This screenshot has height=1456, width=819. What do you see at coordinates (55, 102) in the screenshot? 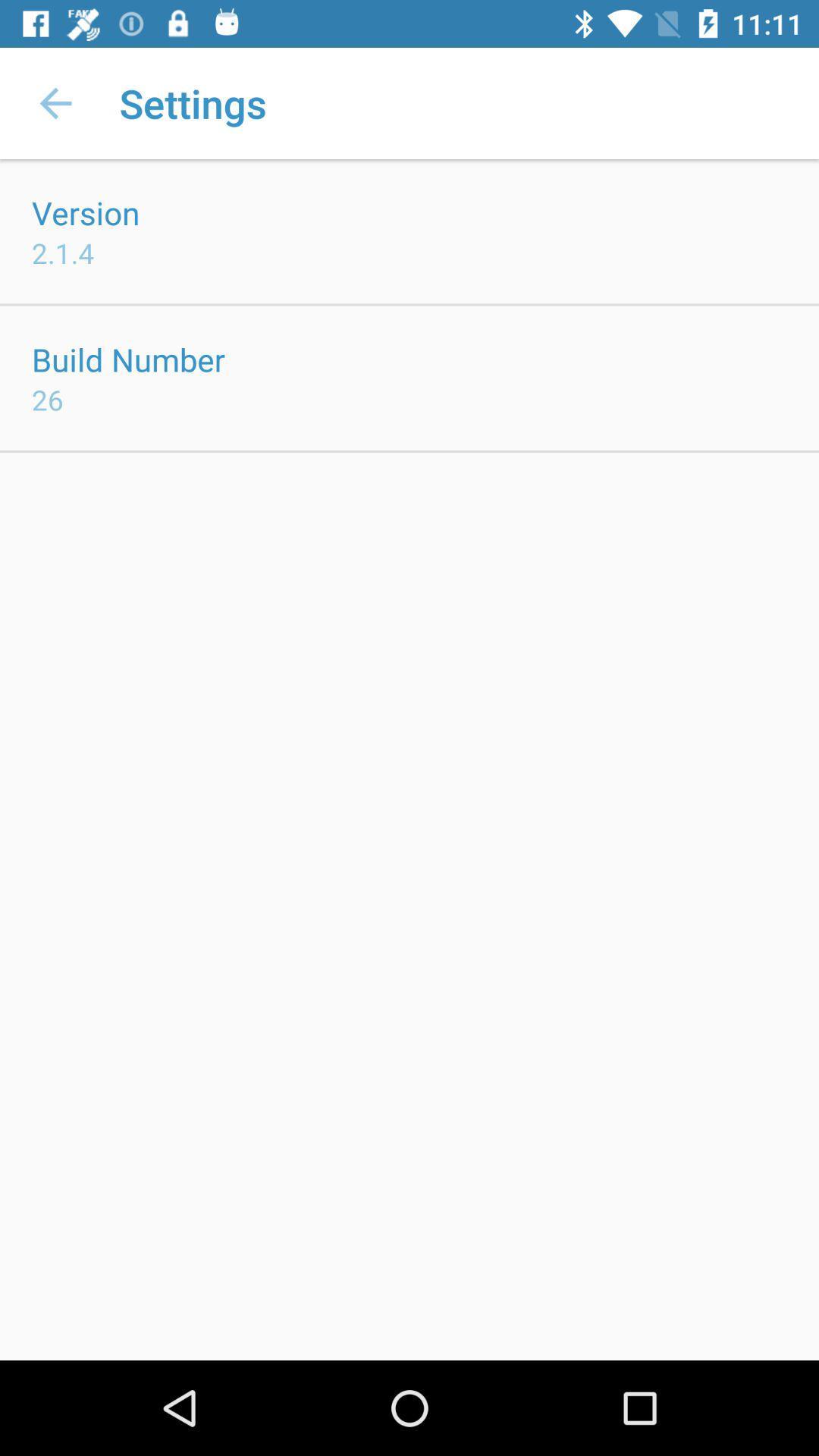
I see `the app next to settings app` at bounding box center [55, 102].